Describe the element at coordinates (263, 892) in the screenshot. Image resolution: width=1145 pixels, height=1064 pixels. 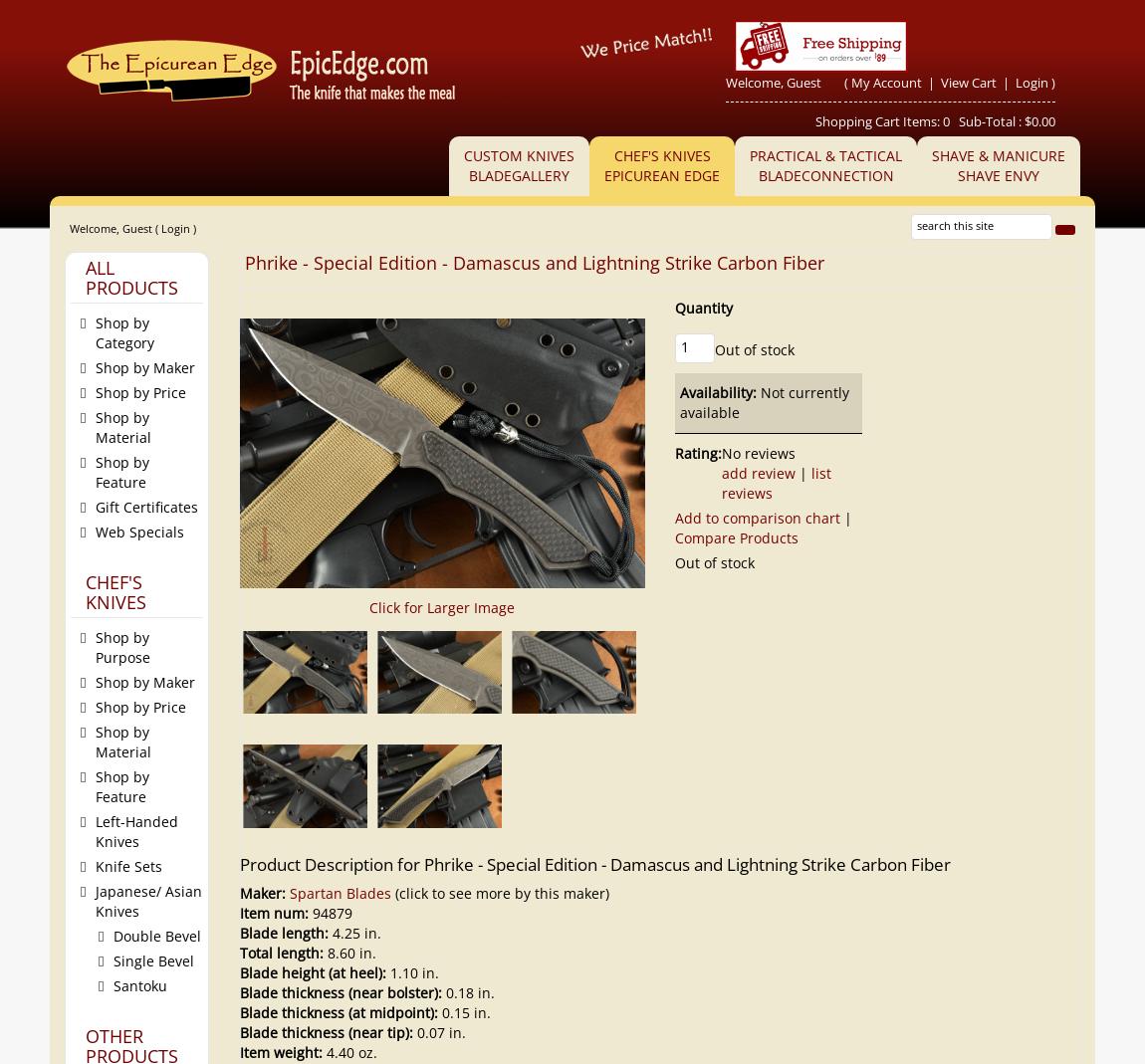
I see `'Maker:'` at that location.